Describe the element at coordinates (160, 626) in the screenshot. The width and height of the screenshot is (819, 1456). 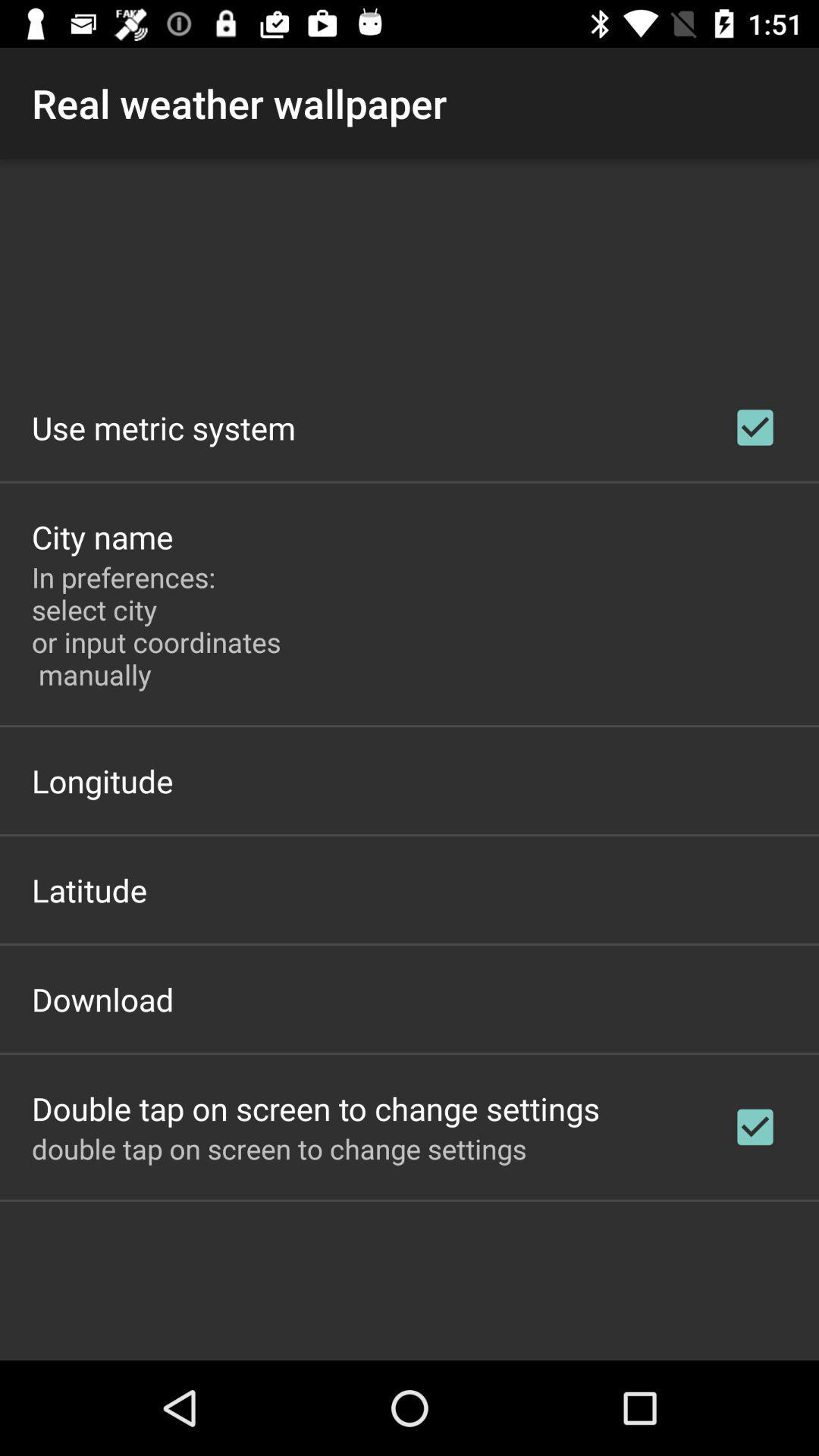
I see `in preferences select` at that location.